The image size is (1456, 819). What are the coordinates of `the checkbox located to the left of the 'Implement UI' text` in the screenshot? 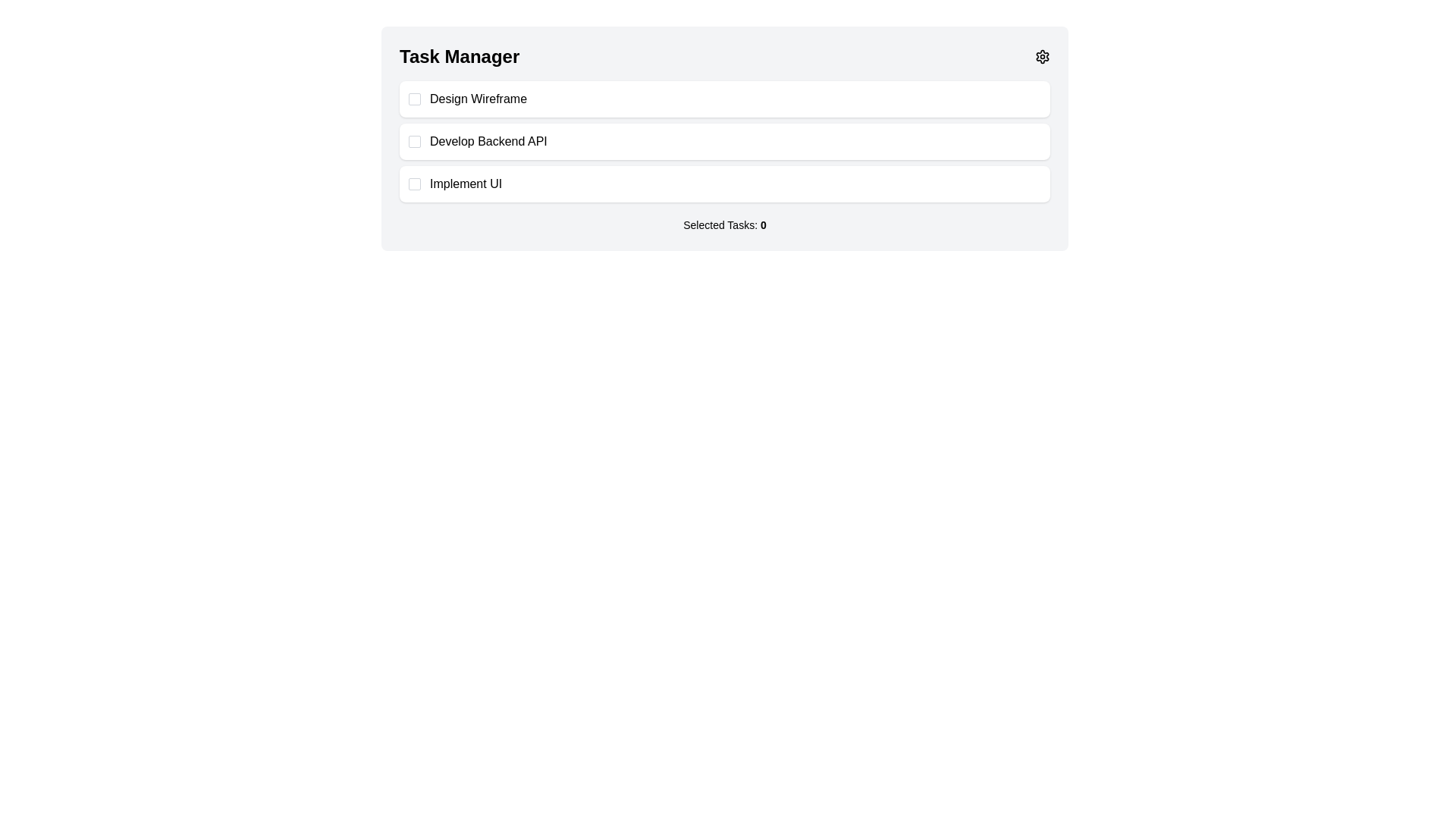 It's located at (415, 184).